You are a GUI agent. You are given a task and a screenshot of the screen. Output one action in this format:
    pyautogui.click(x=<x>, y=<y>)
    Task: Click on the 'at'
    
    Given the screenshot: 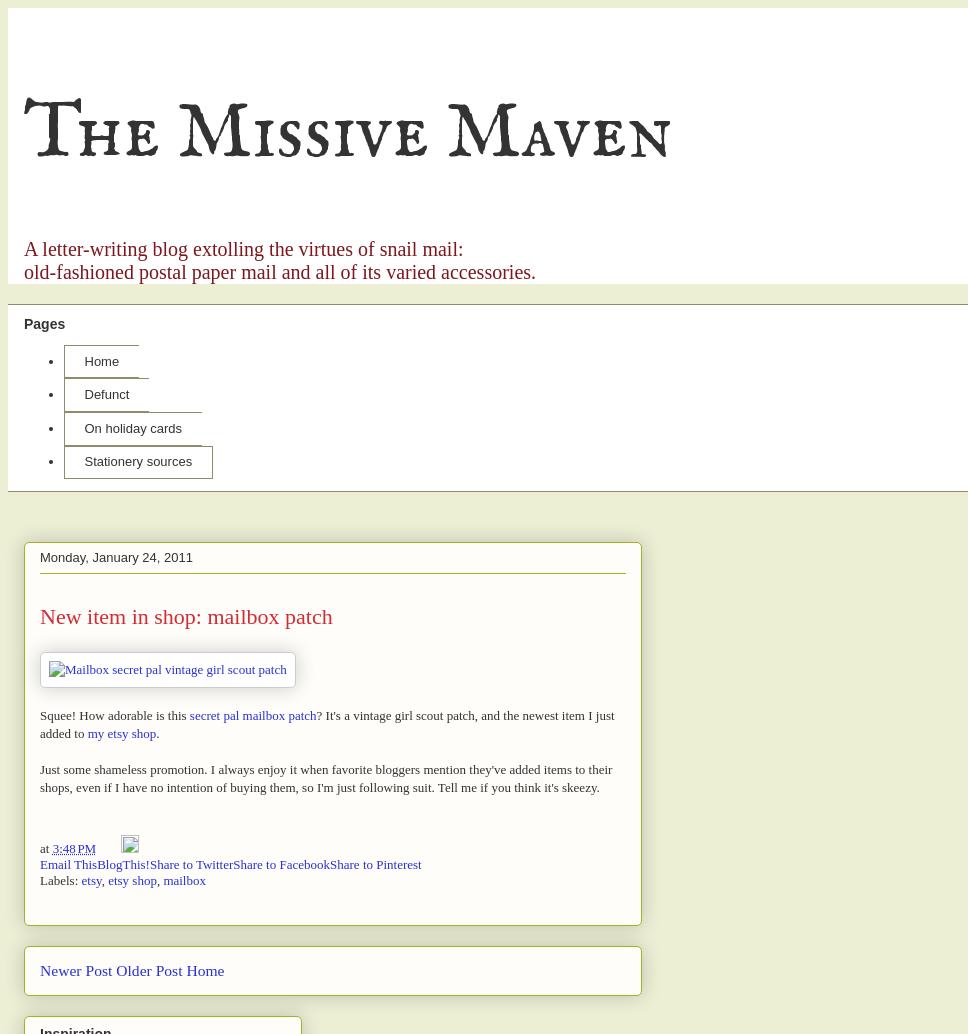 What is the action you would take?
    pyautogui.click(x=44, y=847)
    